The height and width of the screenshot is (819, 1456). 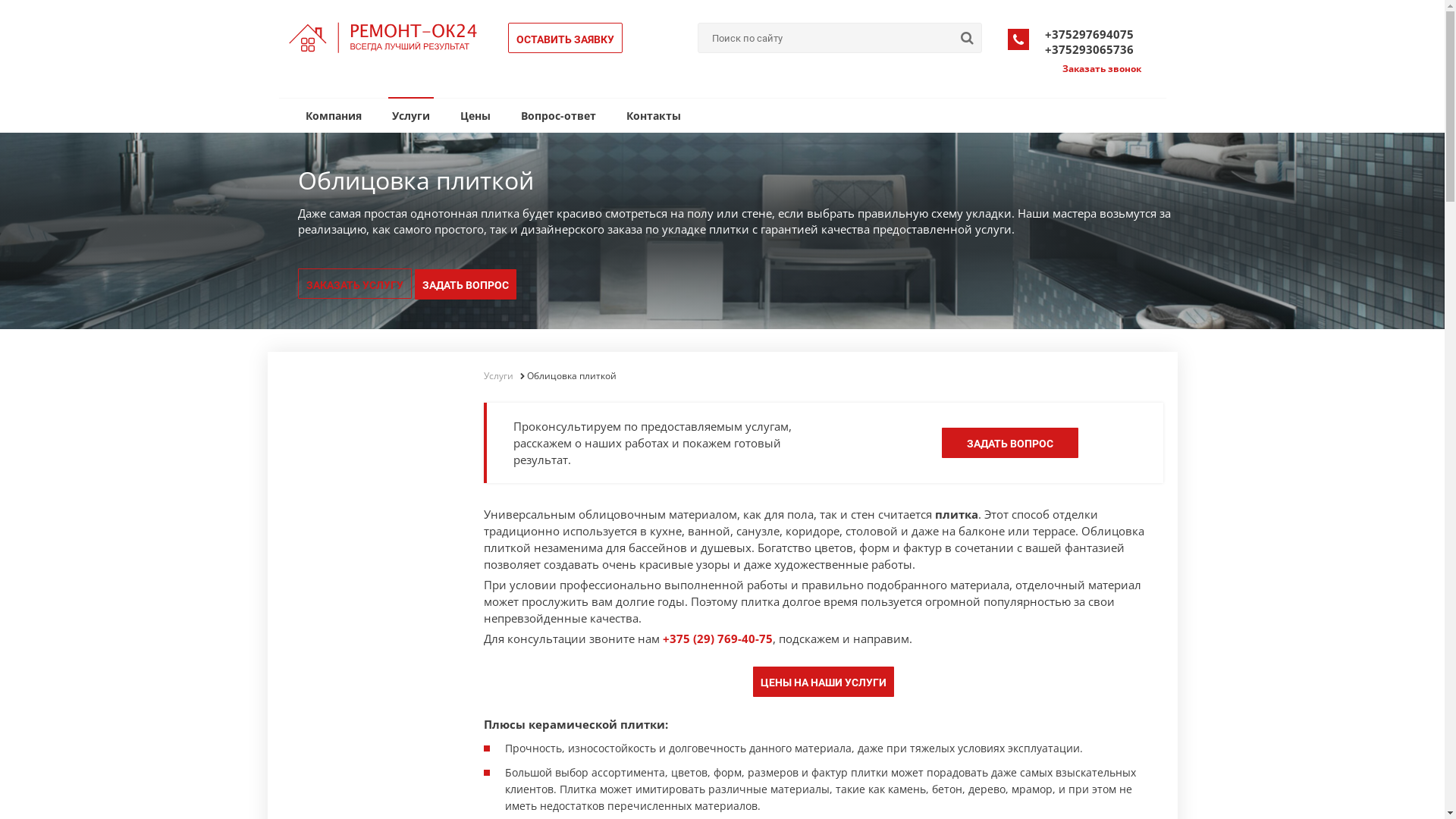 I want to click on '+375293065736', so click(x=1088, y=49).